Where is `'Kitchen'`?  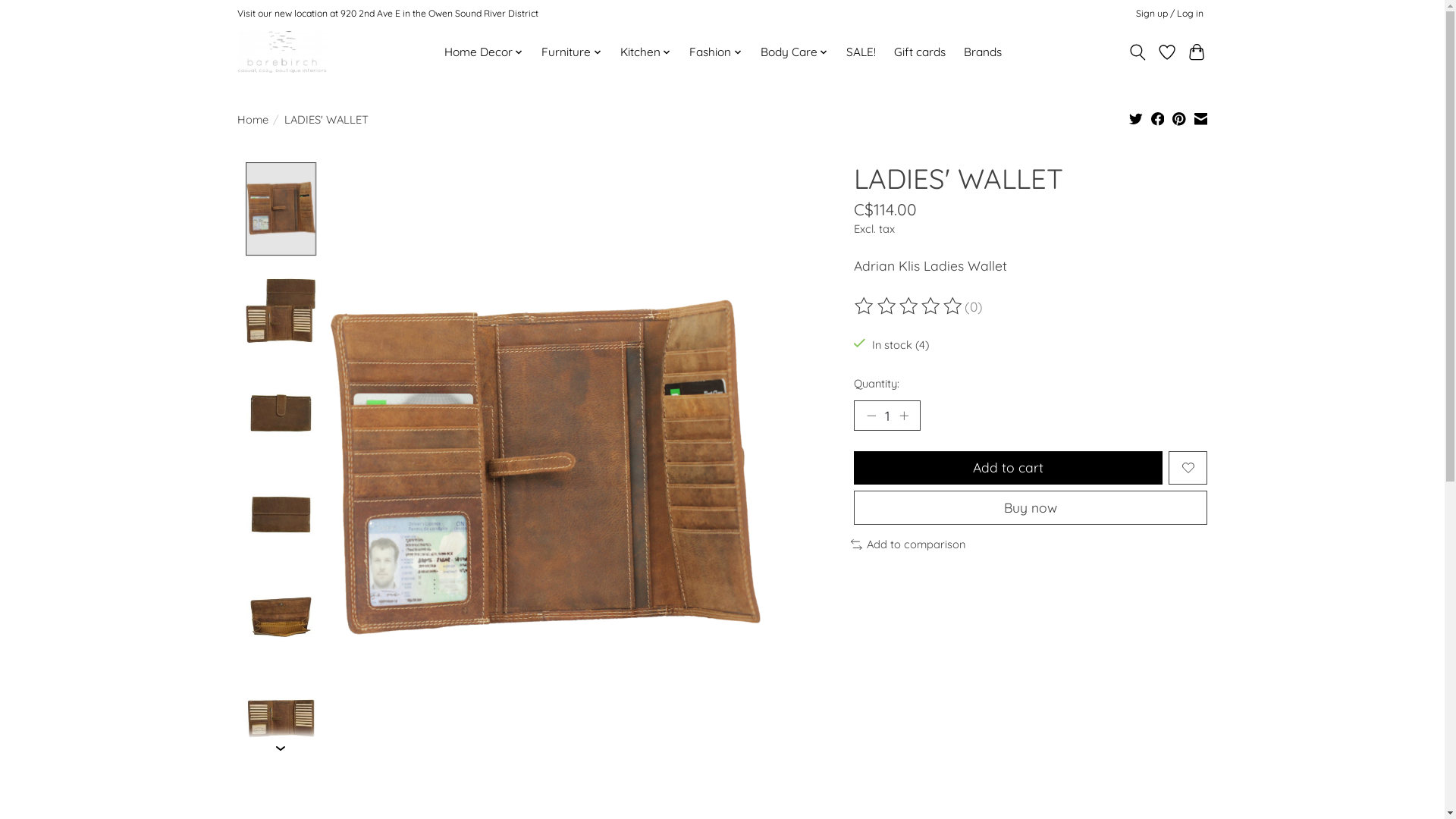 'Kitchen' is located at coordinates (645, 51).